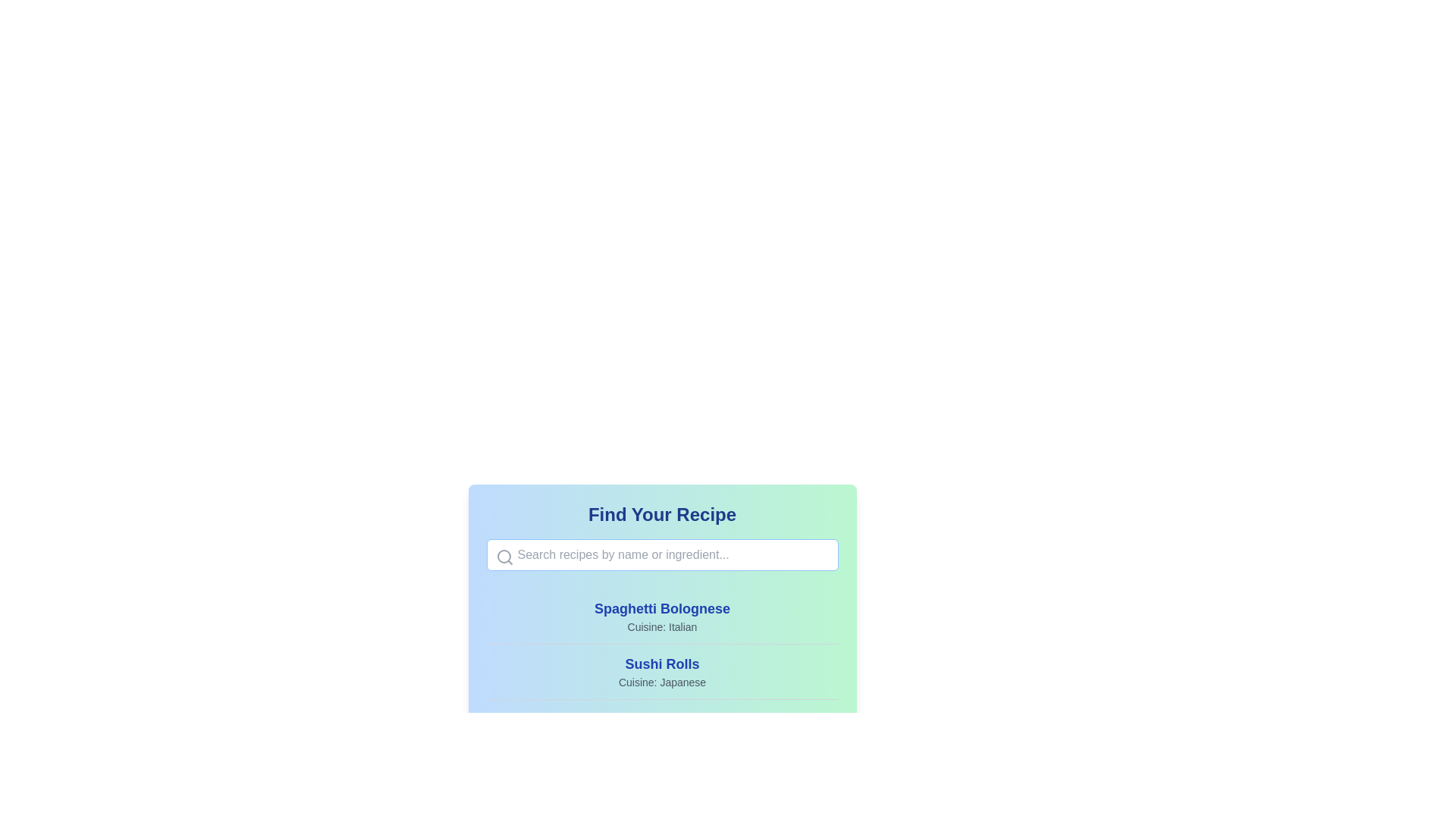 This screenshot has height=819, width=1456. Describe the element at coordinates (662, 617) in the screenshot. I see `the first list item displaying 'Spaghetti Bolognese' to change its background color` at that location.